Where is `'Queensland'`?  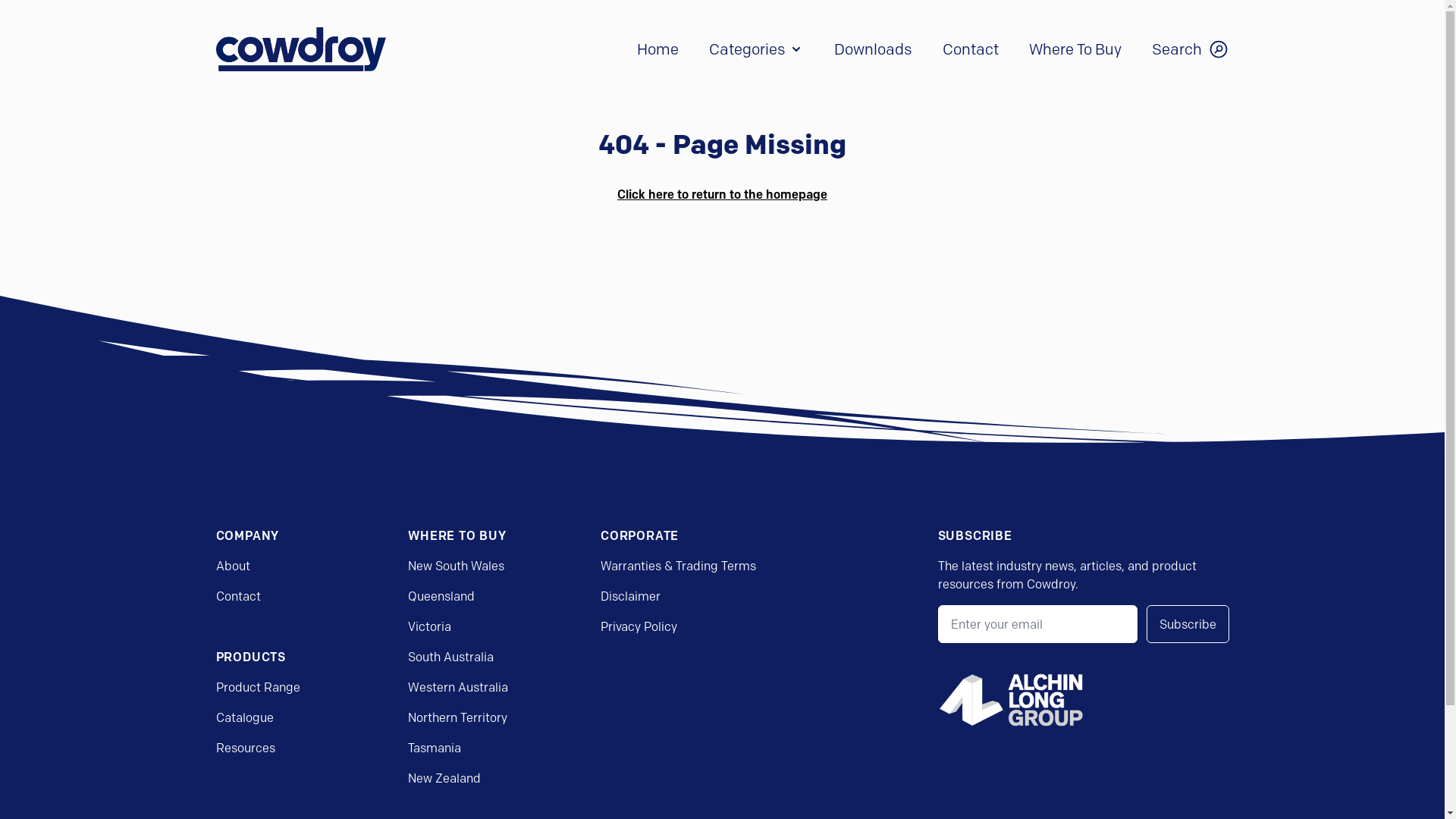 'Queensland' is located at coordinates (440, 595).